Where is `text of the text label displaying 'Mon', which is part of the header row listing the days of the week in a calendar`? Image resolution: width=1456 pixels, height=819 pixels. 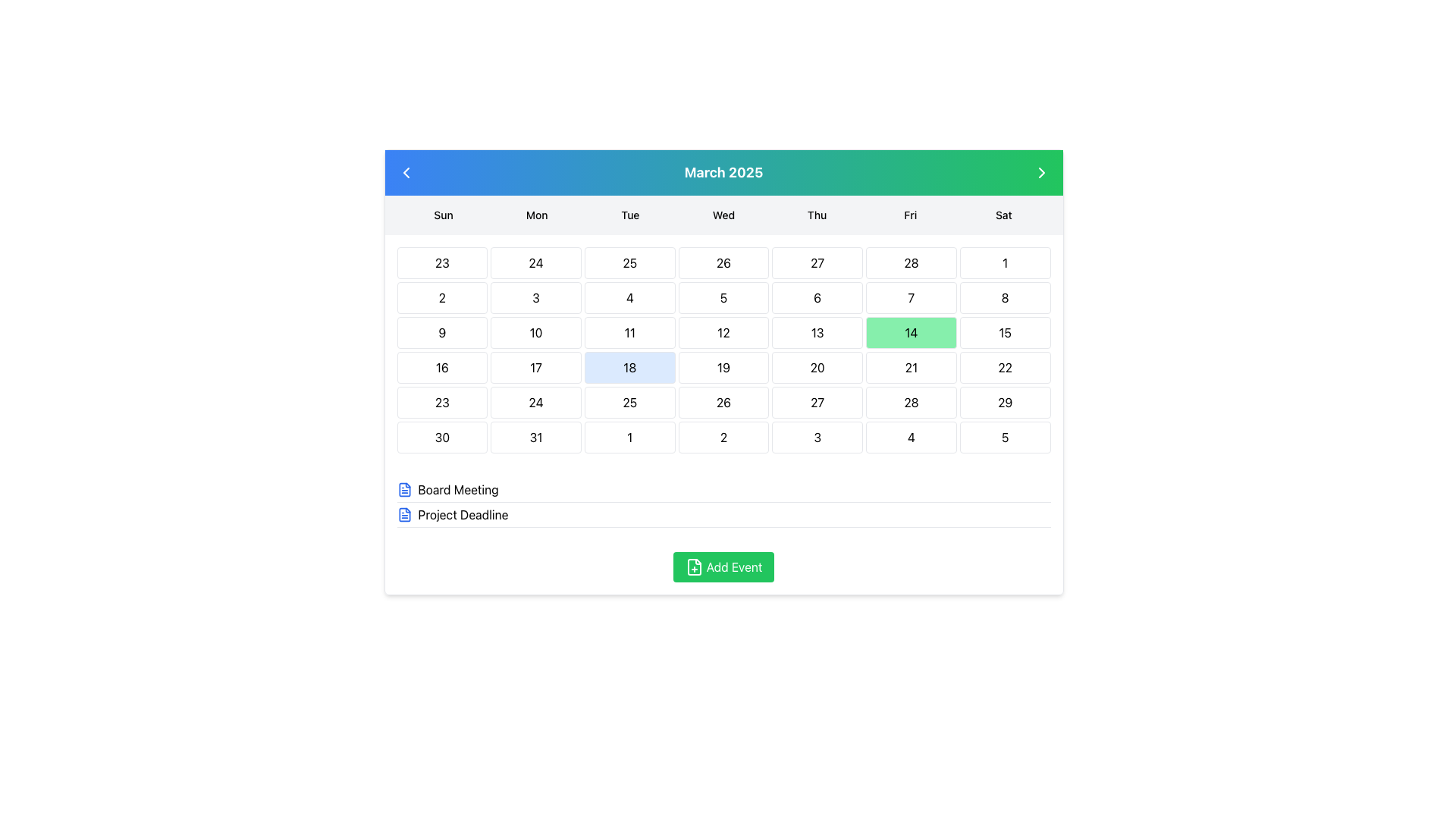
text of the text label displaying 'Mon', which is part of the header row listing the days of the week in a calendar is located at coordinates (537, 215).